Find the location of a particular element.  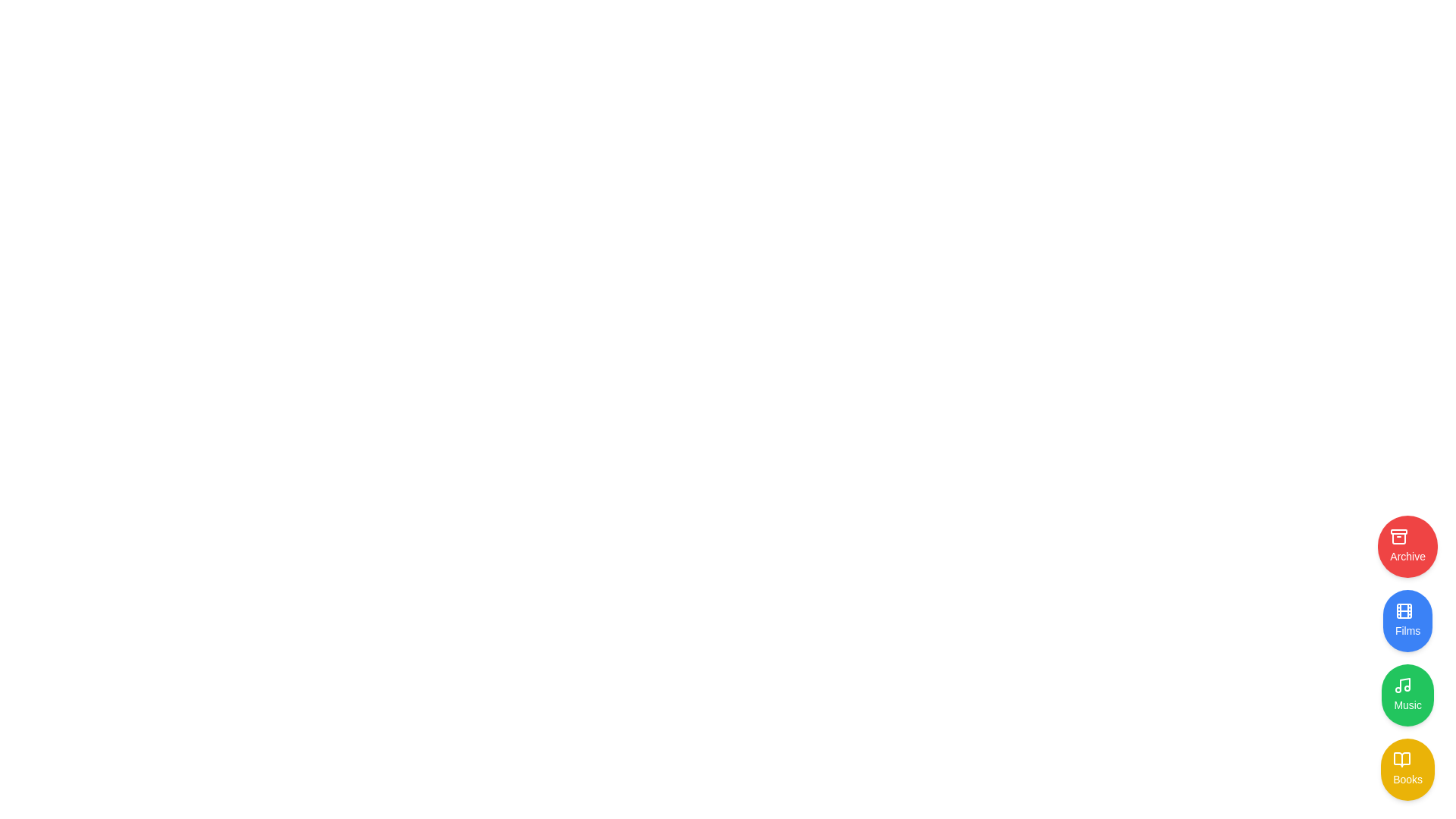

the text label 'Books', which is the only visible text inside the yellow circular button at the bottom of the vertical stack of menu options is located at coordinates (1407, 780).